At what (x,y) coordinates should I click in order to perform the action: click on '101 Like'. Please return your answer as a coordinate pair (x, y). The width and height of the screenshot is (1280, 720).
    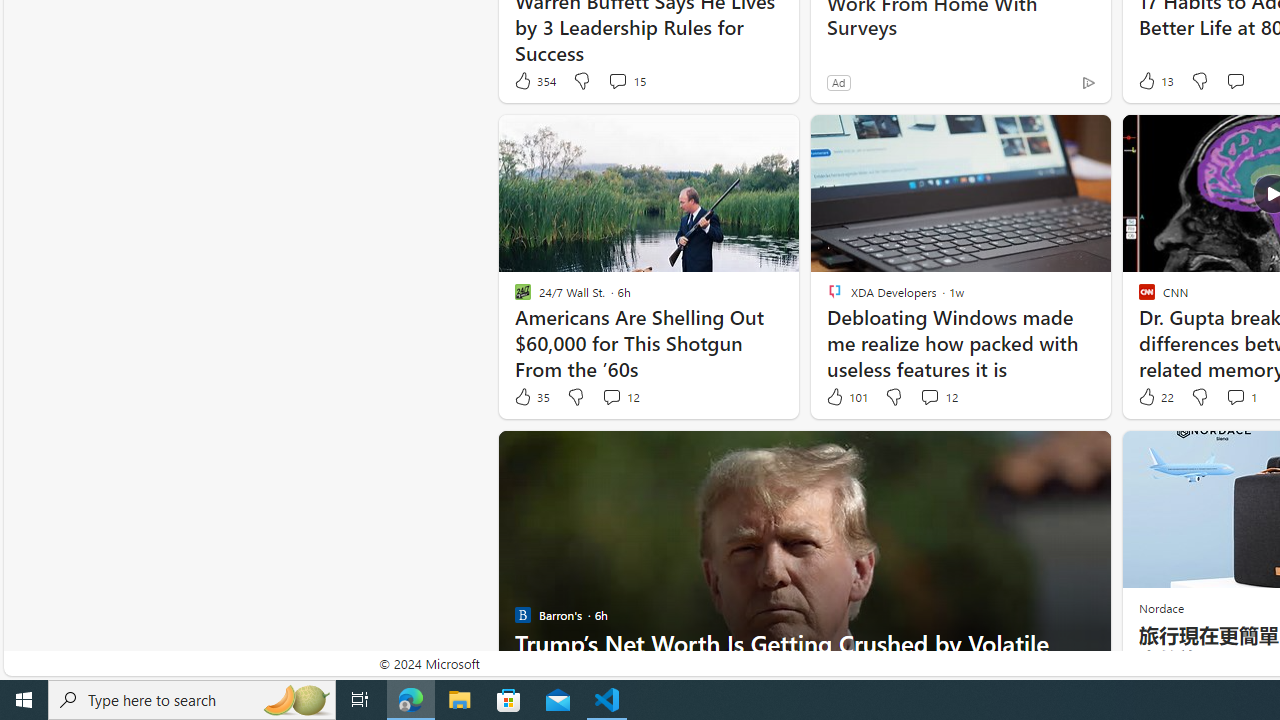
    Looking at the image, I should click on (846, 397).